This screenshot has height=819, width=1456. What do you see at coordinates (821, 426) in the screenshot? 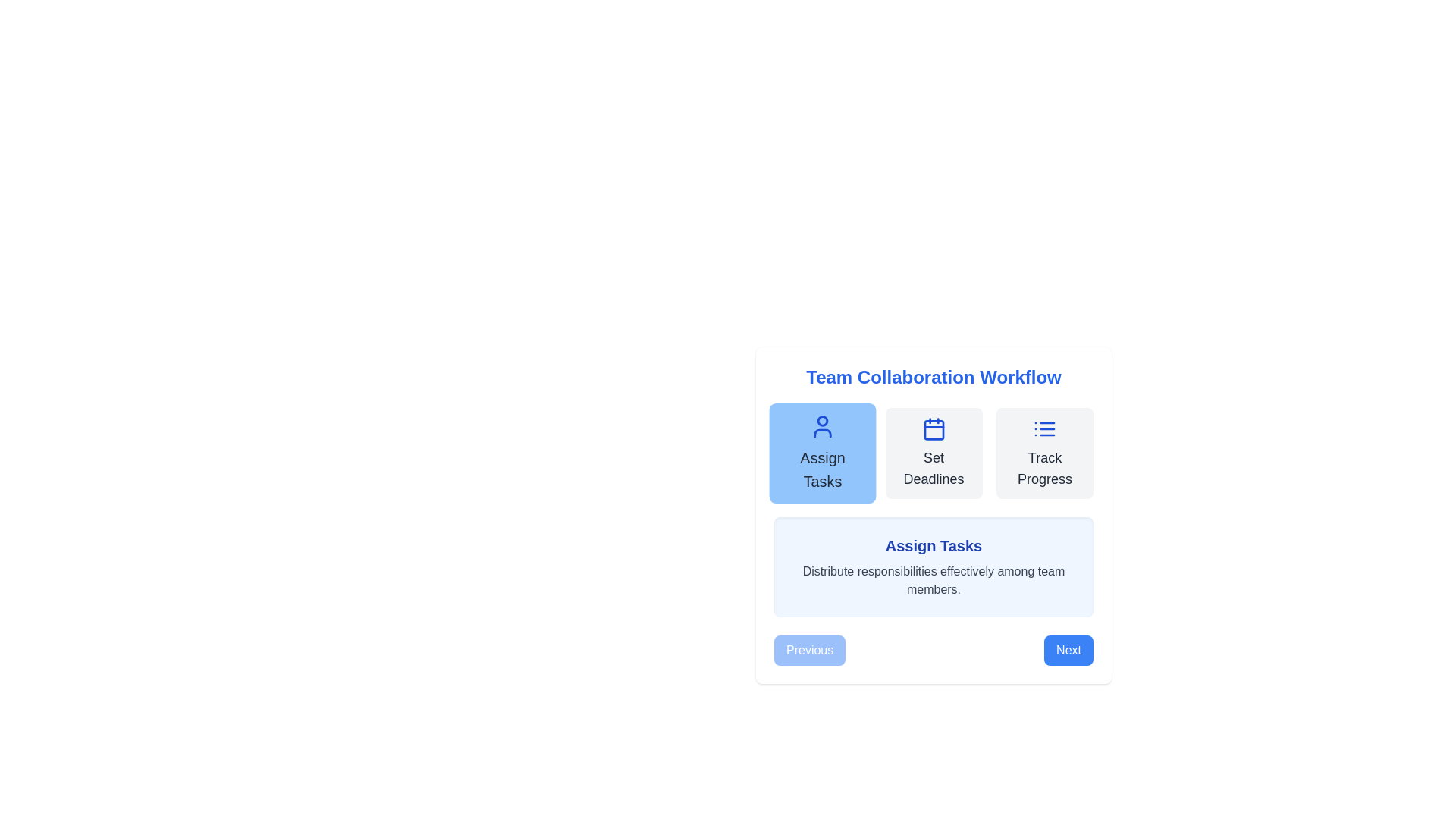
I see `the 'Assign Tasks' icon located at the center-top of the card labeled 'Assign Tasks'` at bounding box center [821, 426].